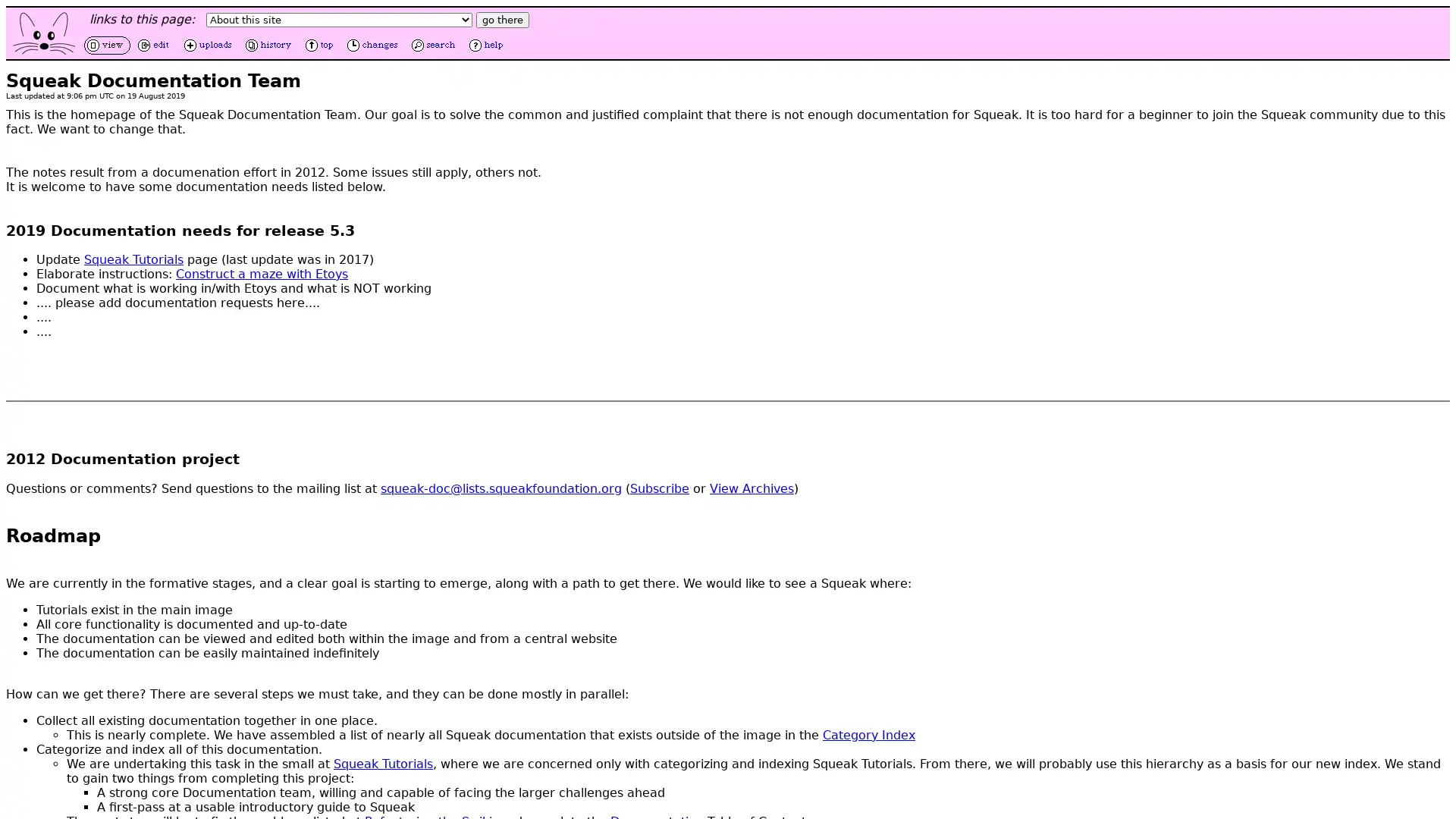  I want to click on go there, so click(502, 20).